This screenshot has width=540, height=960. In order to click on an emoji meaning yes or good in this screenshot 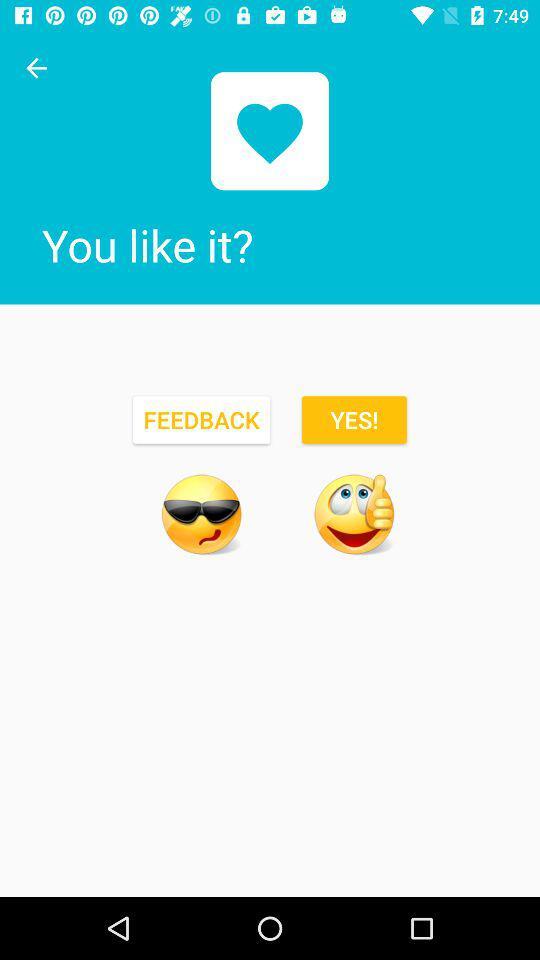, I will do `click(353, 513)`.